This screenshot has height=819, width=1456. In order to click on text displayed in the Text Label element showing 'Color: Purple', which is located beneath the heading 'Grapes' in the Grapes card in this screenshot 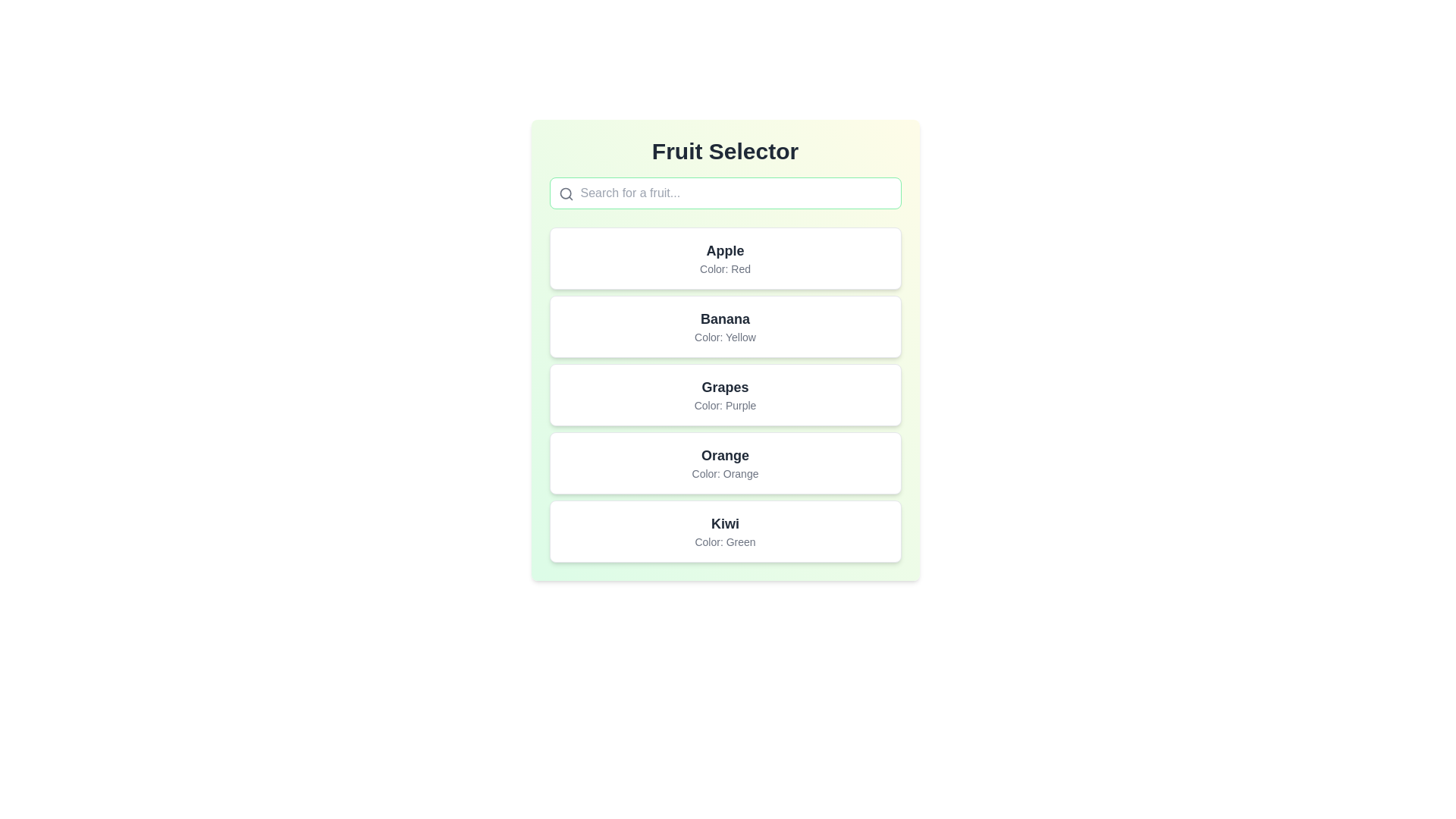, I will do `click(724, 405)`.